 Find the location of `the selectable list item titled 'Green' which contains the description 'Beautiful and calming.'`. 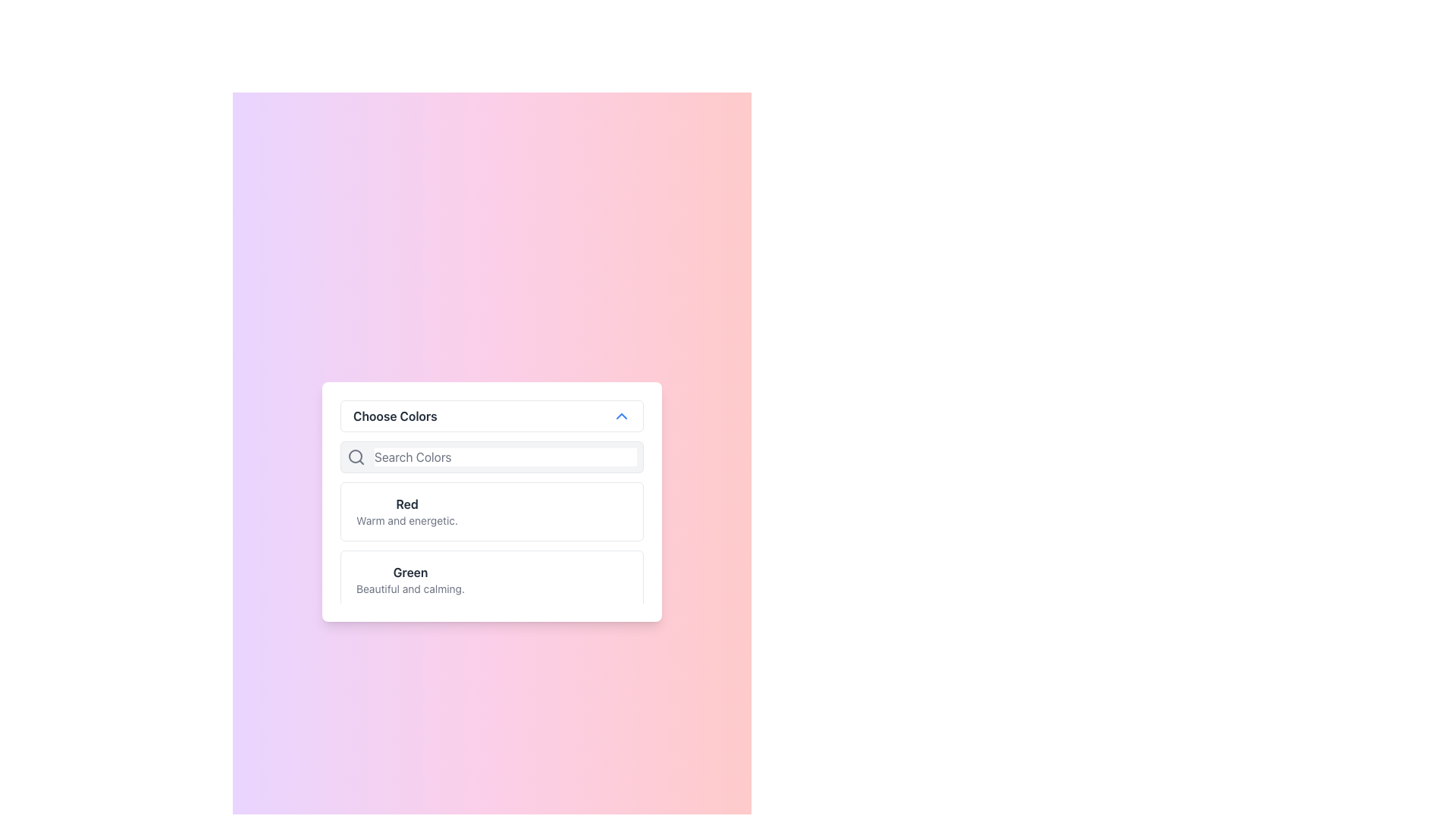

the selectable list item titled 'Green' which contains the description 'Beautiful and calming.' is located at coordinates (491, 579).